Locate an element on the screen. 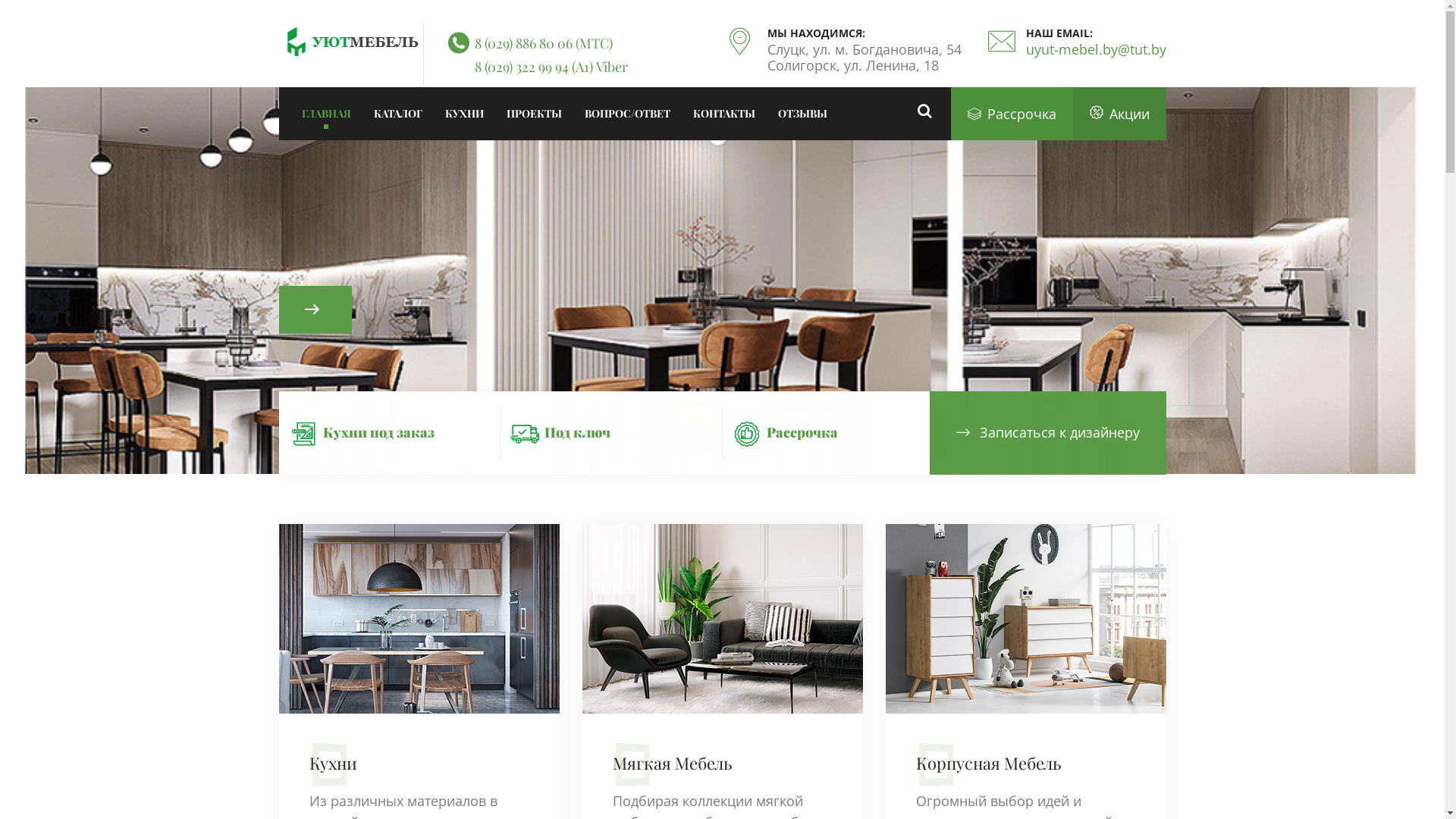 Image resolution: width=1456 pixels, height=819 pixels. 'uyut-mebel.by@tut.by' is located at coordinates (1095, 49).